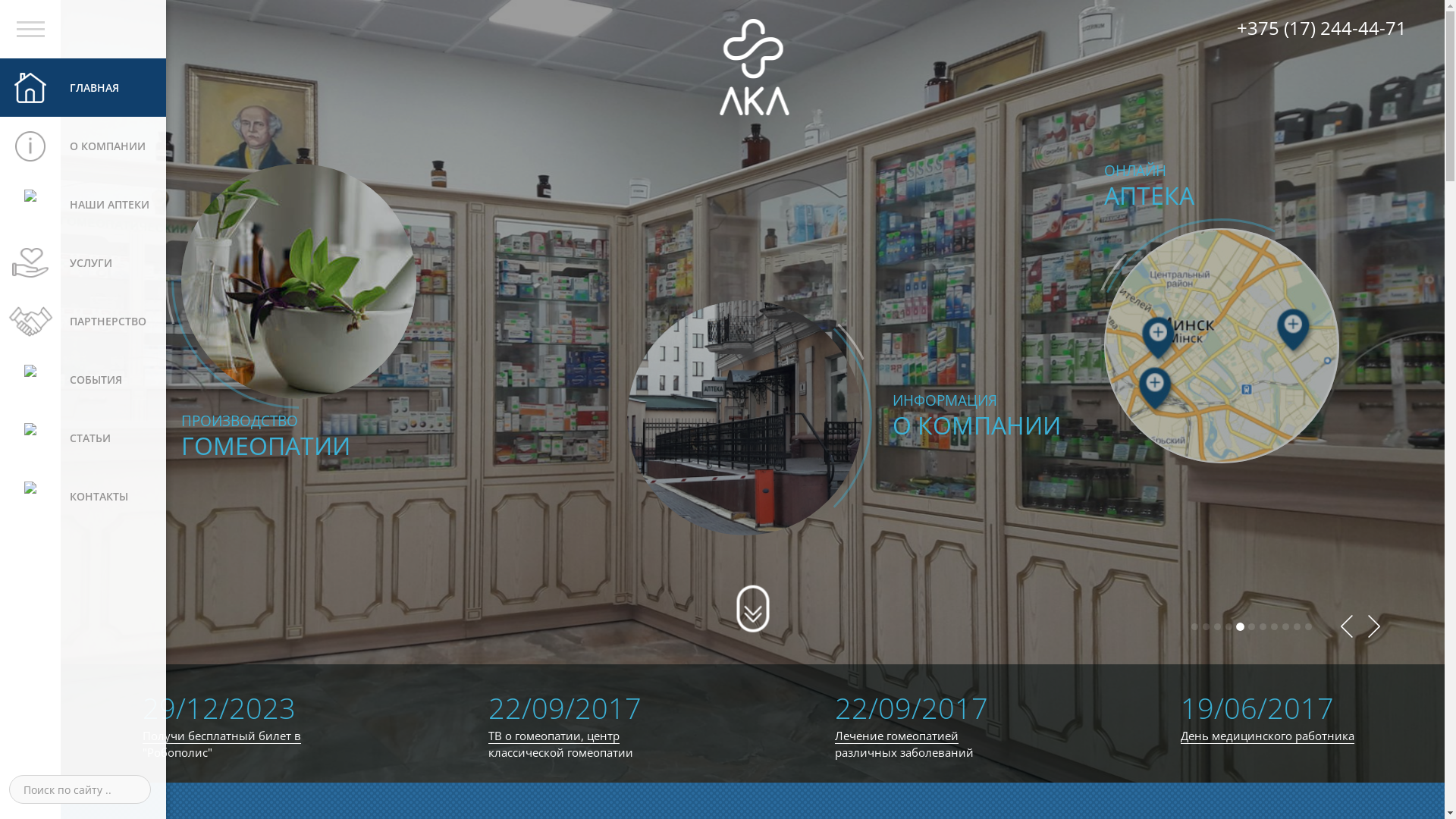 The width and height of the screenshot is (1456, 819). I want to click on '5', so click(1237, 626).